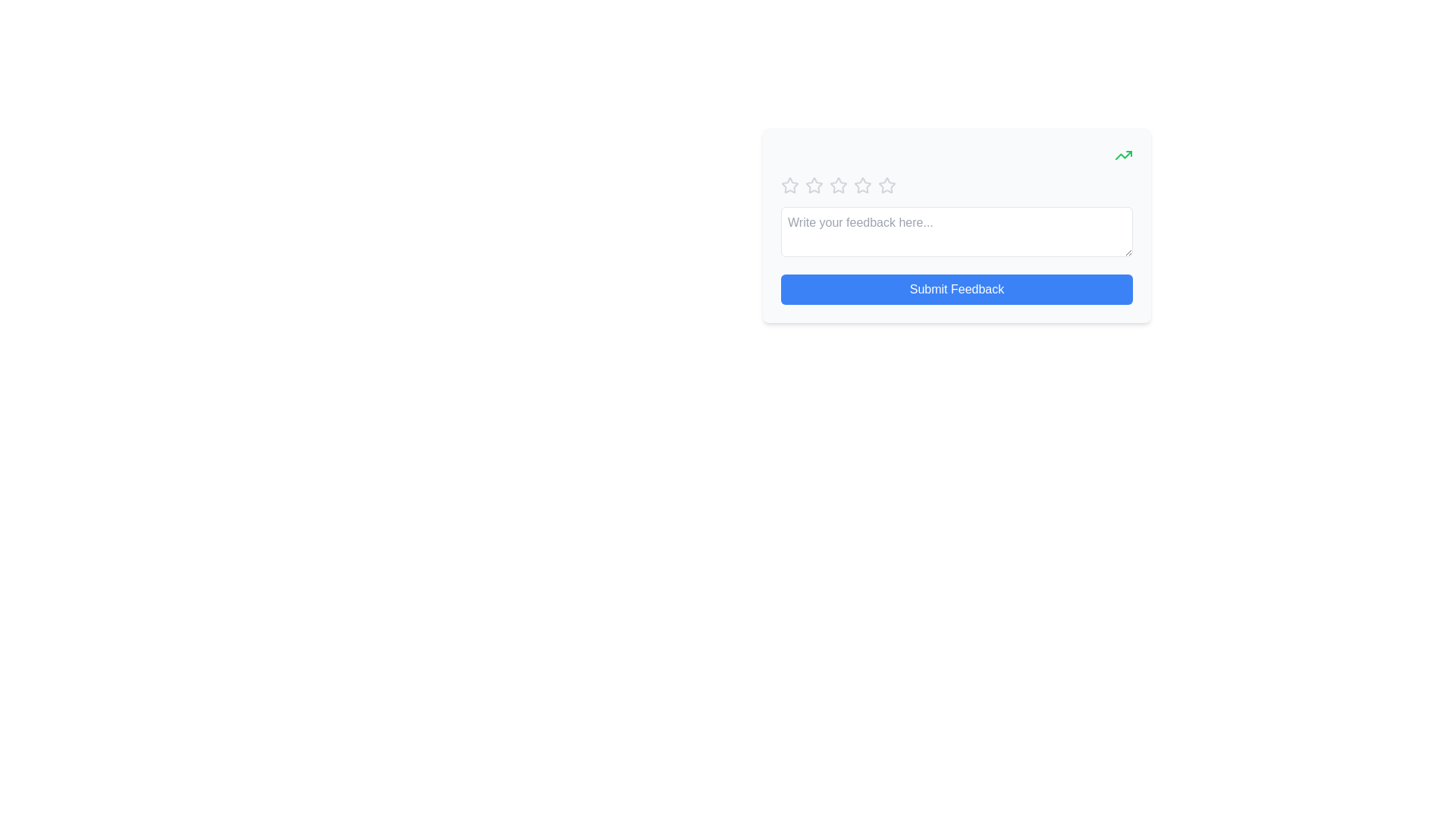 Image resolution: width=1456 pixels, height=819 pixels. What do you see at coordinates (887, 185) in the screenshot?
I see `the fifth hollow star icon in the rating section` at bounding box center [887, 185].